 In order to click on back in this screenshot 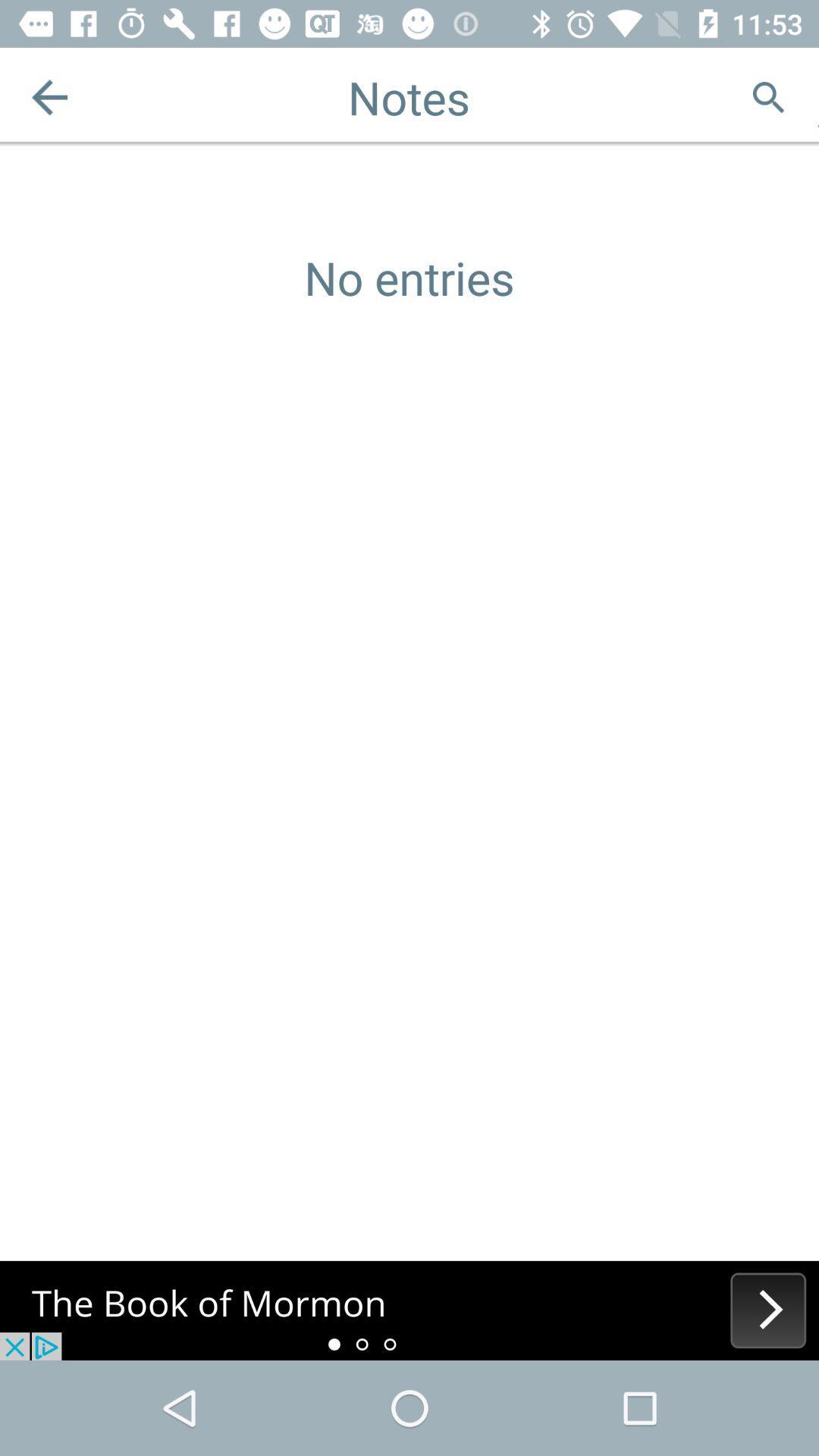, I will do `click(49, 96)`.